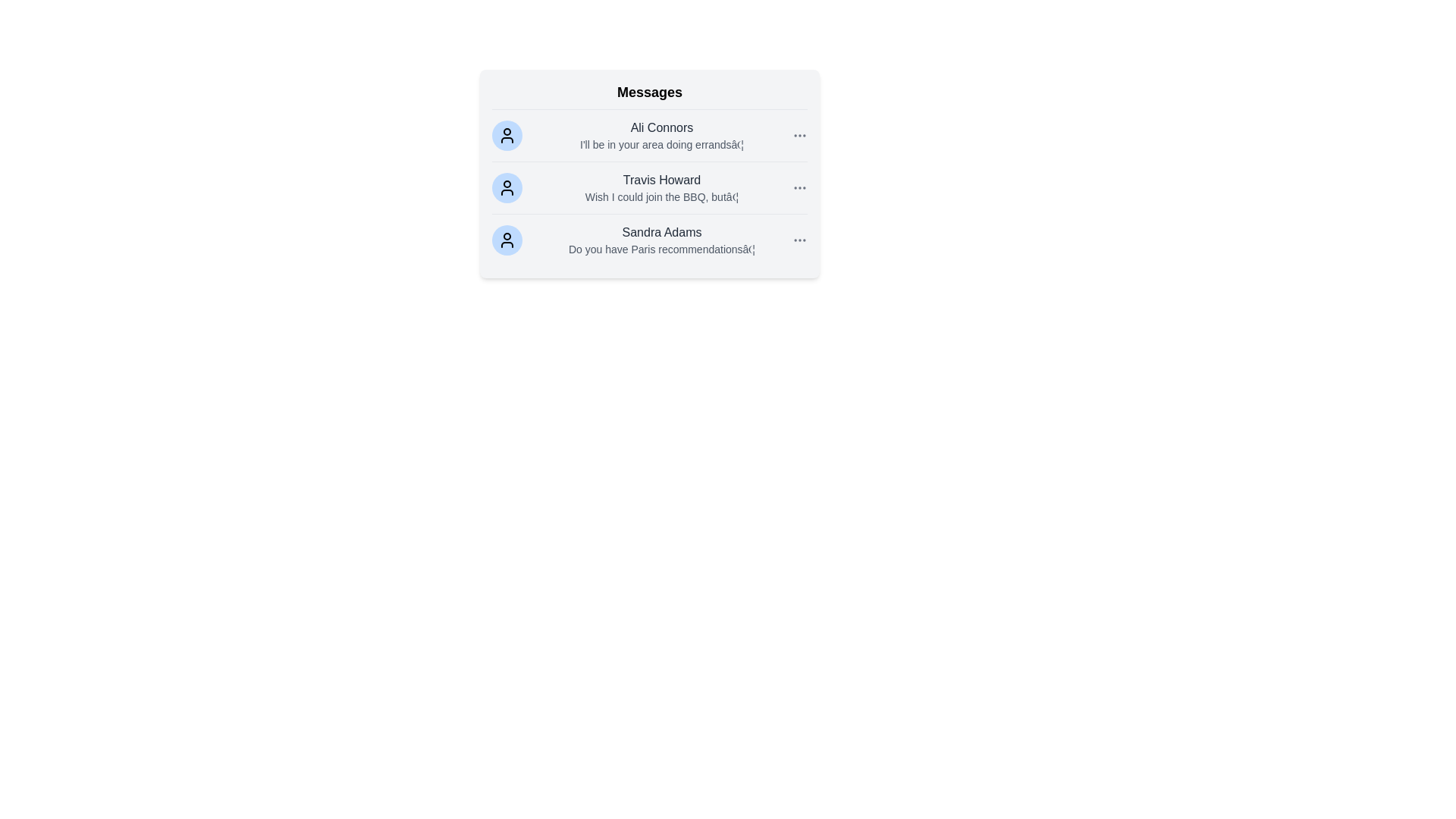  What do you see at coordinates (662, 134) in the screenshot?
I see `the first message list item displaying the sender's name and message preview` at bounding box center [662, 134].